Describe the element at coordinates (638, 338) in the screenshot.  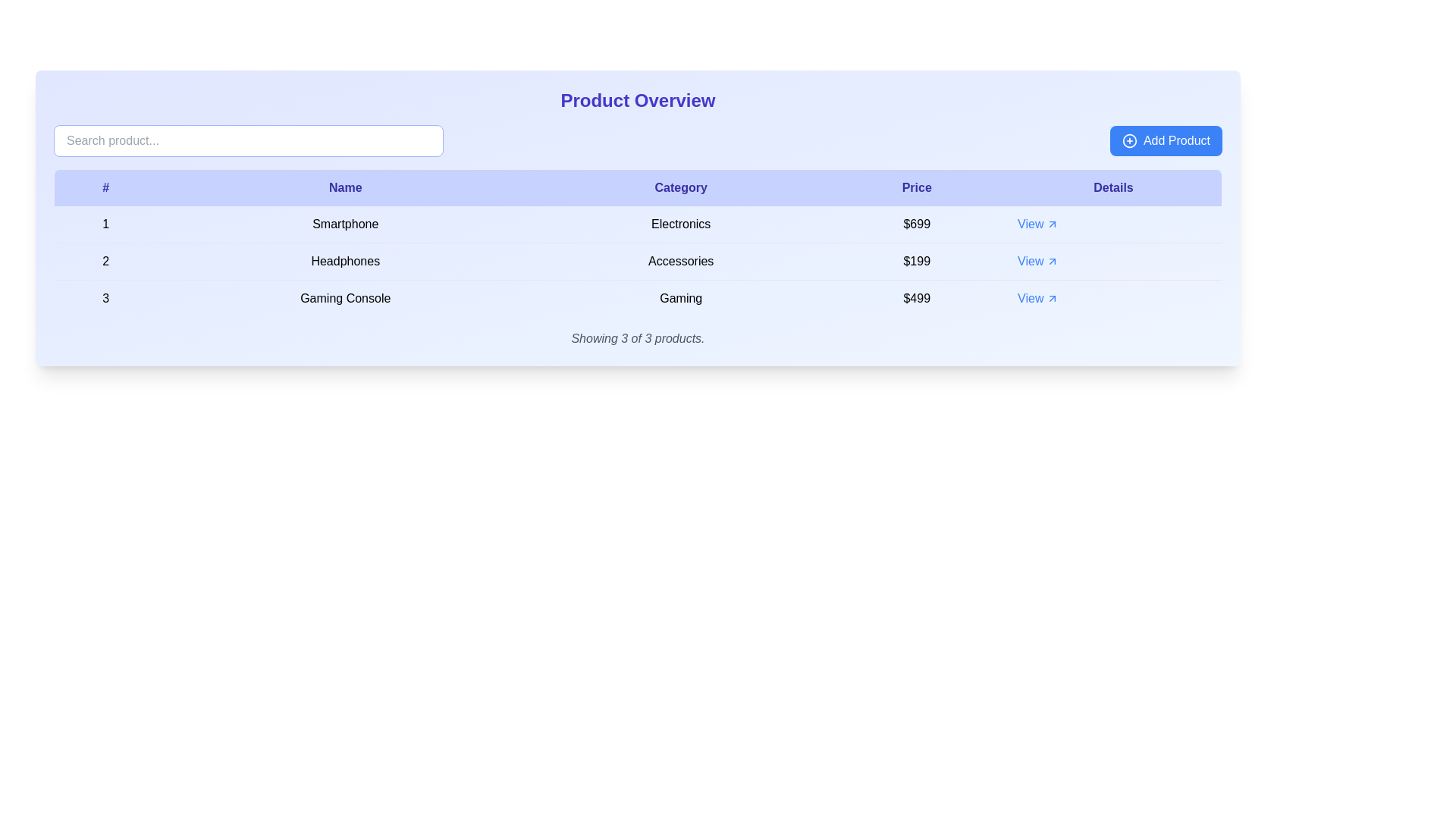
I see `the static text that displays the total number of products currently shown and available, located below the product table in the 'Product Overview' section` at that location.